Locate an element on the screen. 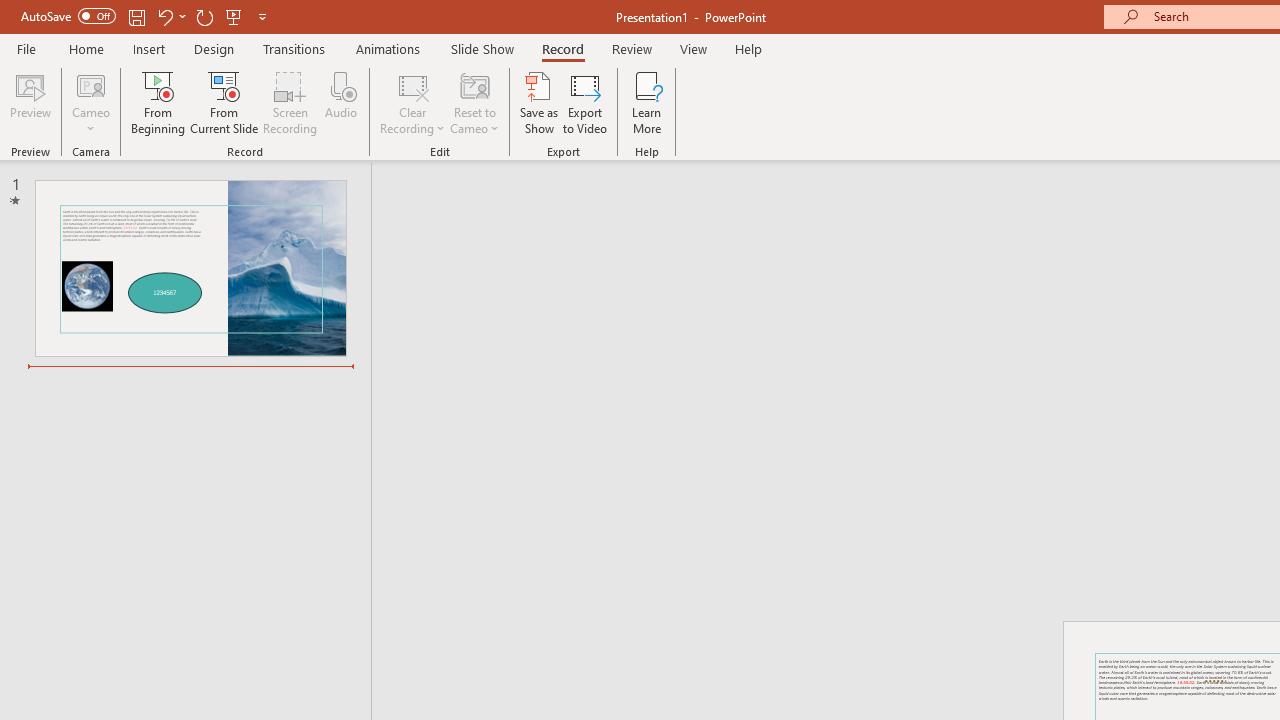 This screenshot has width=1280, height=720. 'Review' is located at coordinates (630, 48).